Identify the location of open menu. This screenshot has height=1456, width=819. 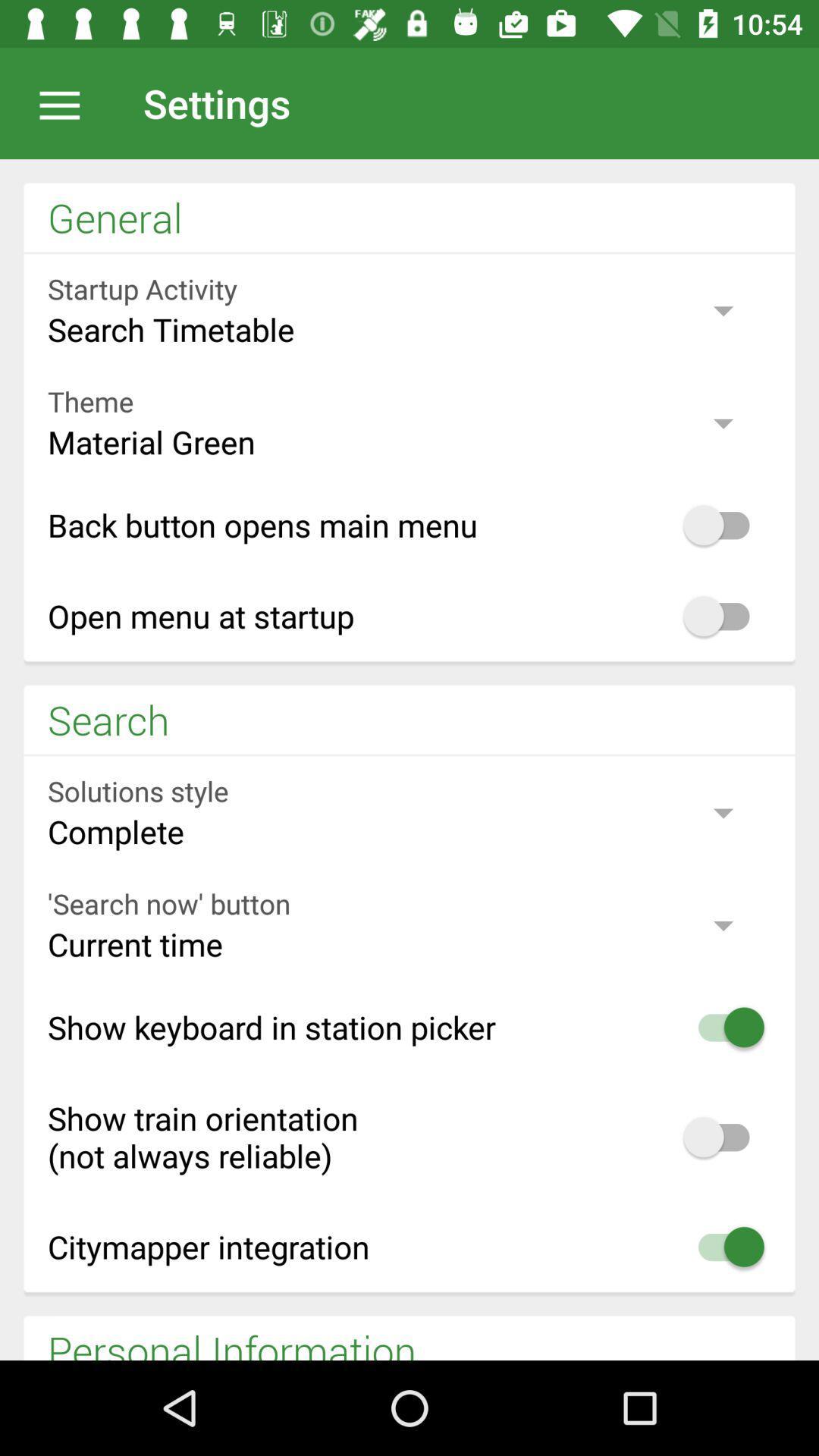
(67, 102).